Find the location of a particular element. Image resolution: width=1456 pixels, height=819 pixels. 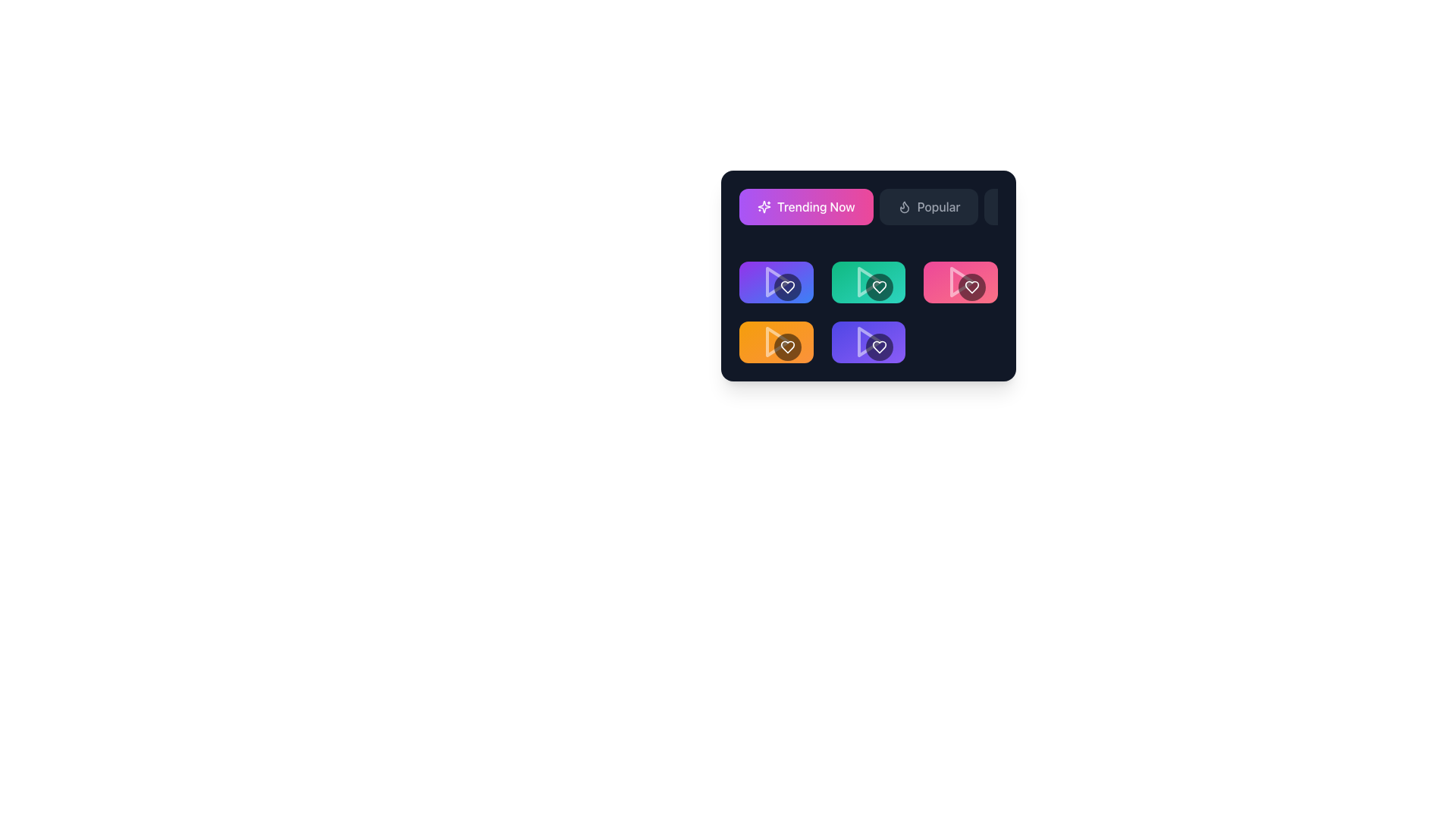

the A button element styled as a star icon located at the far right of the horizontal row containing 'Trending Now' and 'Popular' buttons is located at coordinates (1009, 206).